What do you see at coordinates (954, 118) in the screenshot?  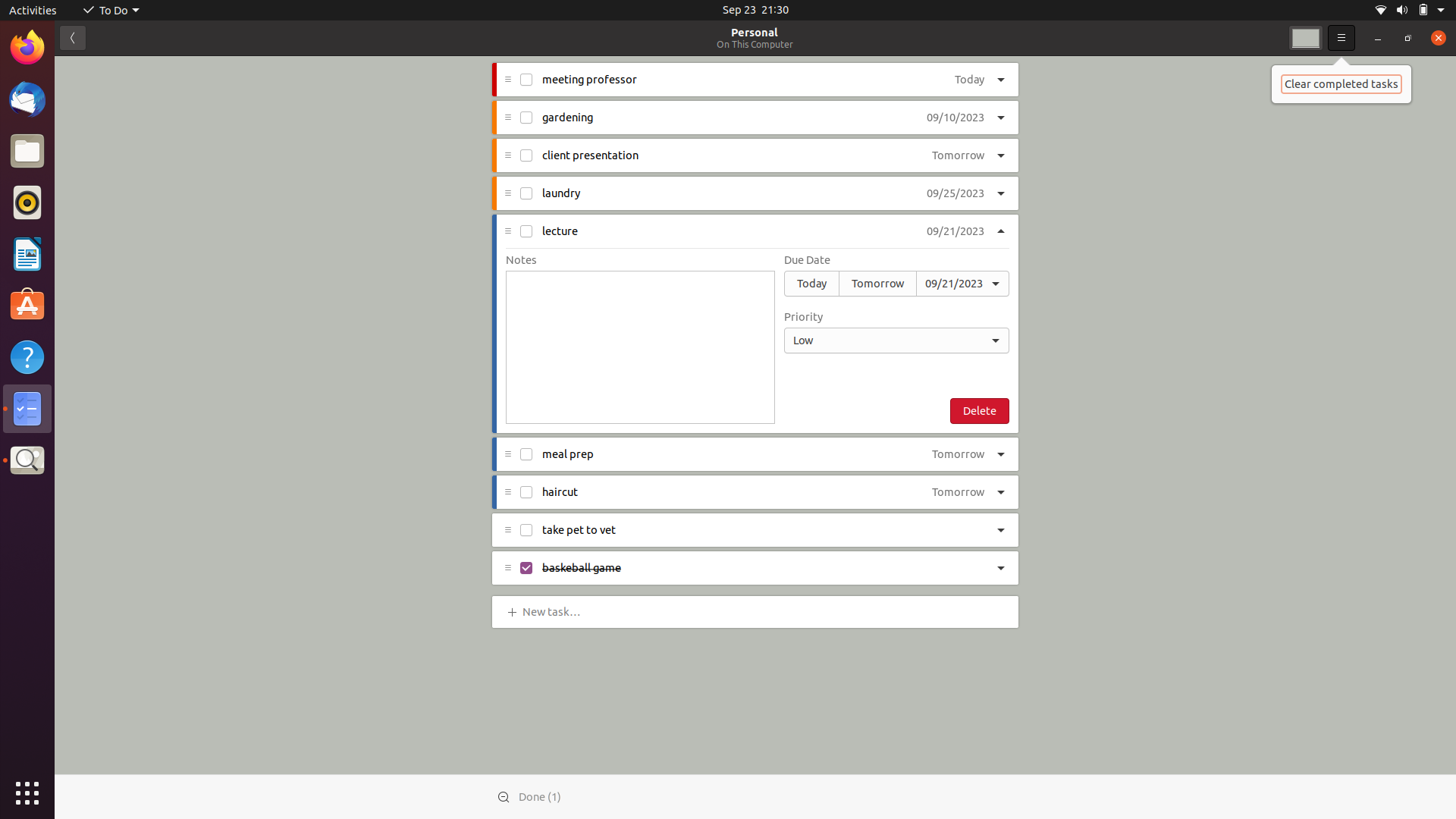 I see `Move the "gardening" event to the following week` at bounding box center [954, 118].